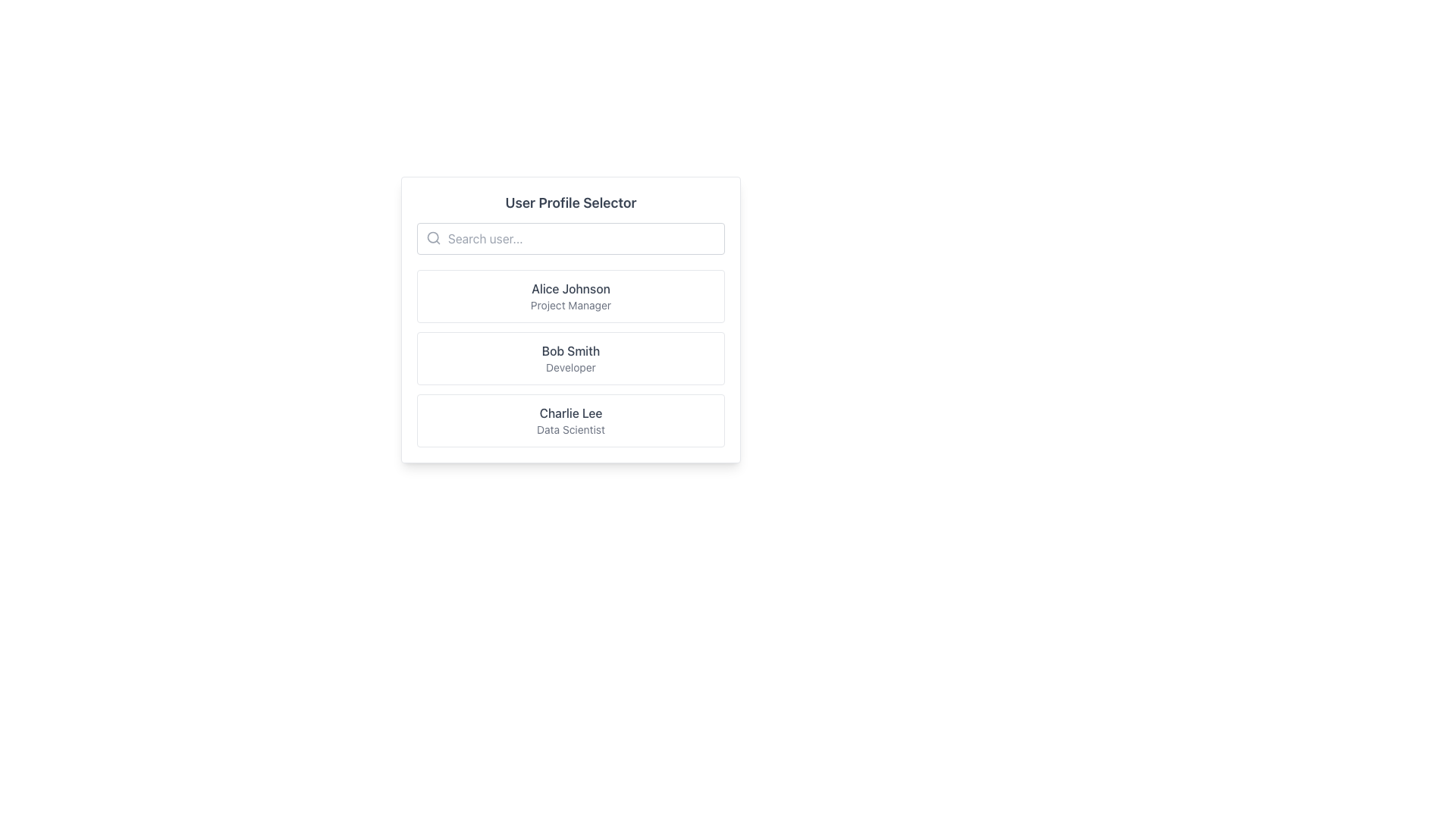  I want to click on the text label identifying the user 'Charlie Lee' within the third card of the user profile selector interface, as it serves as a title for user selection, so click(570, 413).